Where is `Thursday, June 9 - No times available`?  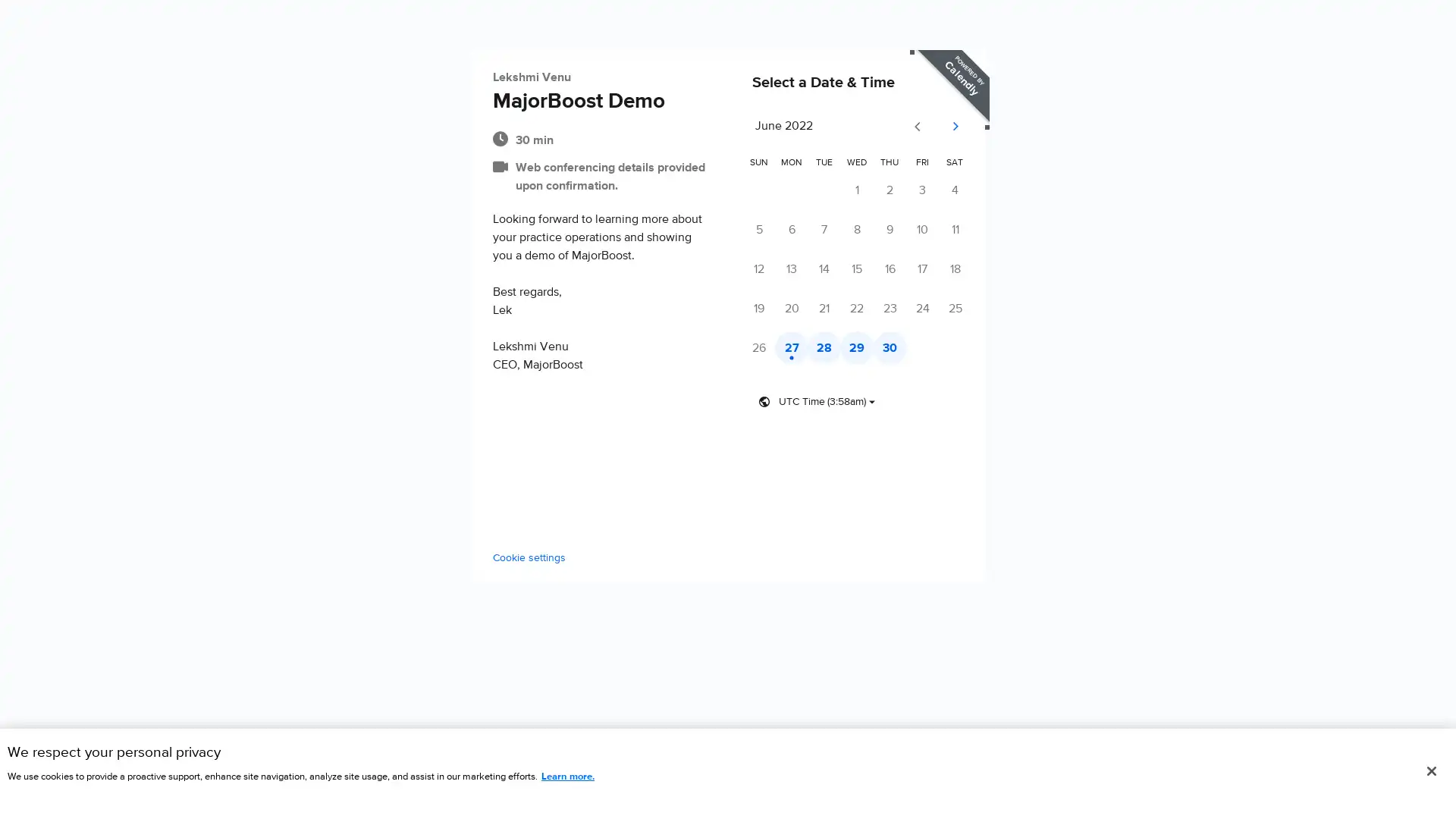
Thursday, June 9 - No times available is located at coordinates (917, 231).